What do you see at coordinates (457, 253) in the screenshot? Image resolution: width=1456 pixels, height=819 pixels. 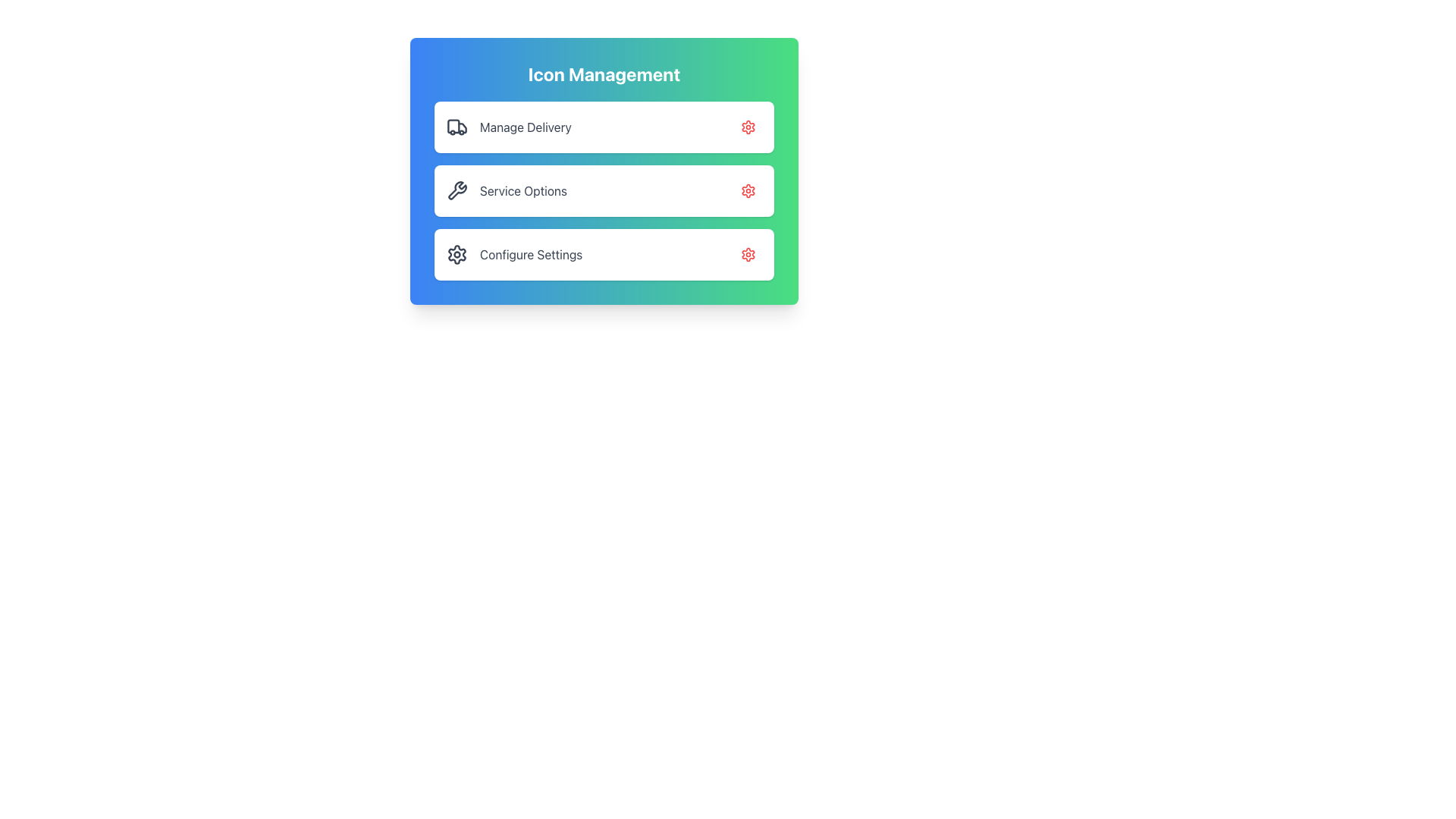 I see `the settings icon located before the text 'Configure Settings'` at bounding box center [457, 253].